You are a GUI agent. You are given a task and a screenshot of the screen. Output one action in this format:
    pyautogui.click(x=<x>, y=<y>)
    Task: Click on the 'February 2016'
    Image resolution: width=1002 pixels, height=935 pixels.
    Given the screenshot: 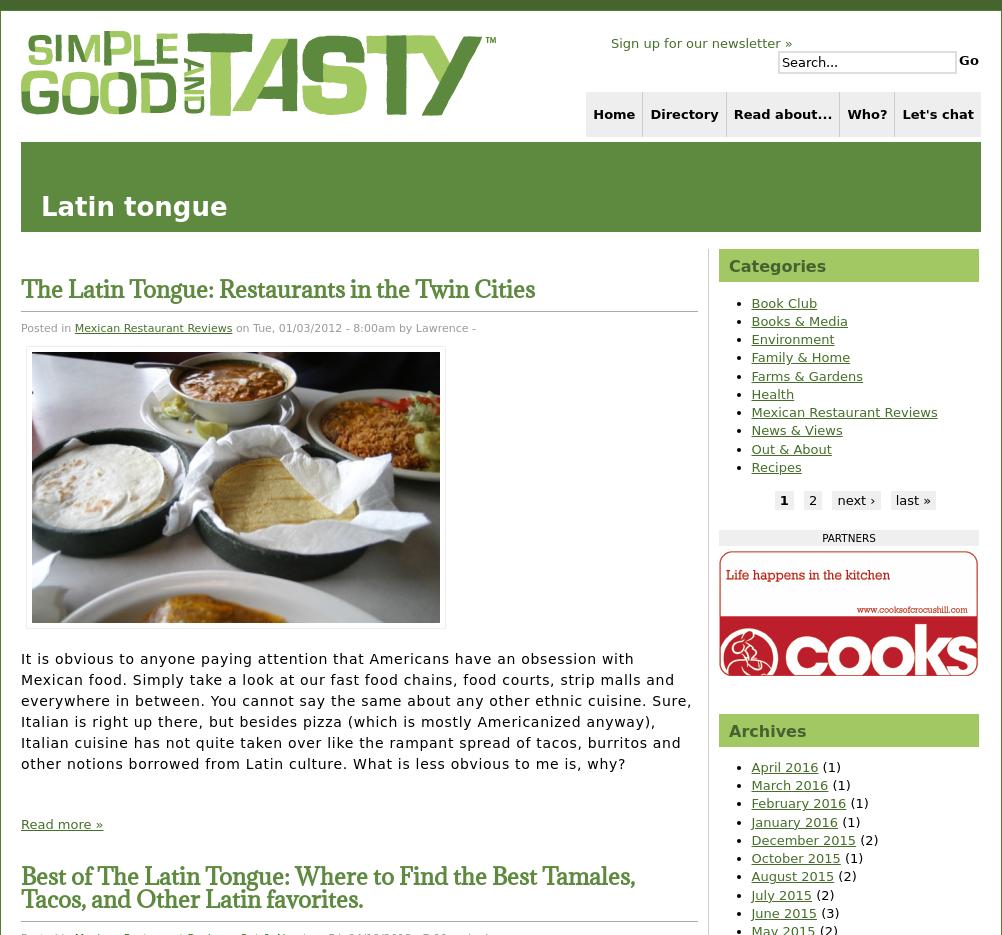 What is the action you would take?
    pyautogui.click(x=797, y=802)
    